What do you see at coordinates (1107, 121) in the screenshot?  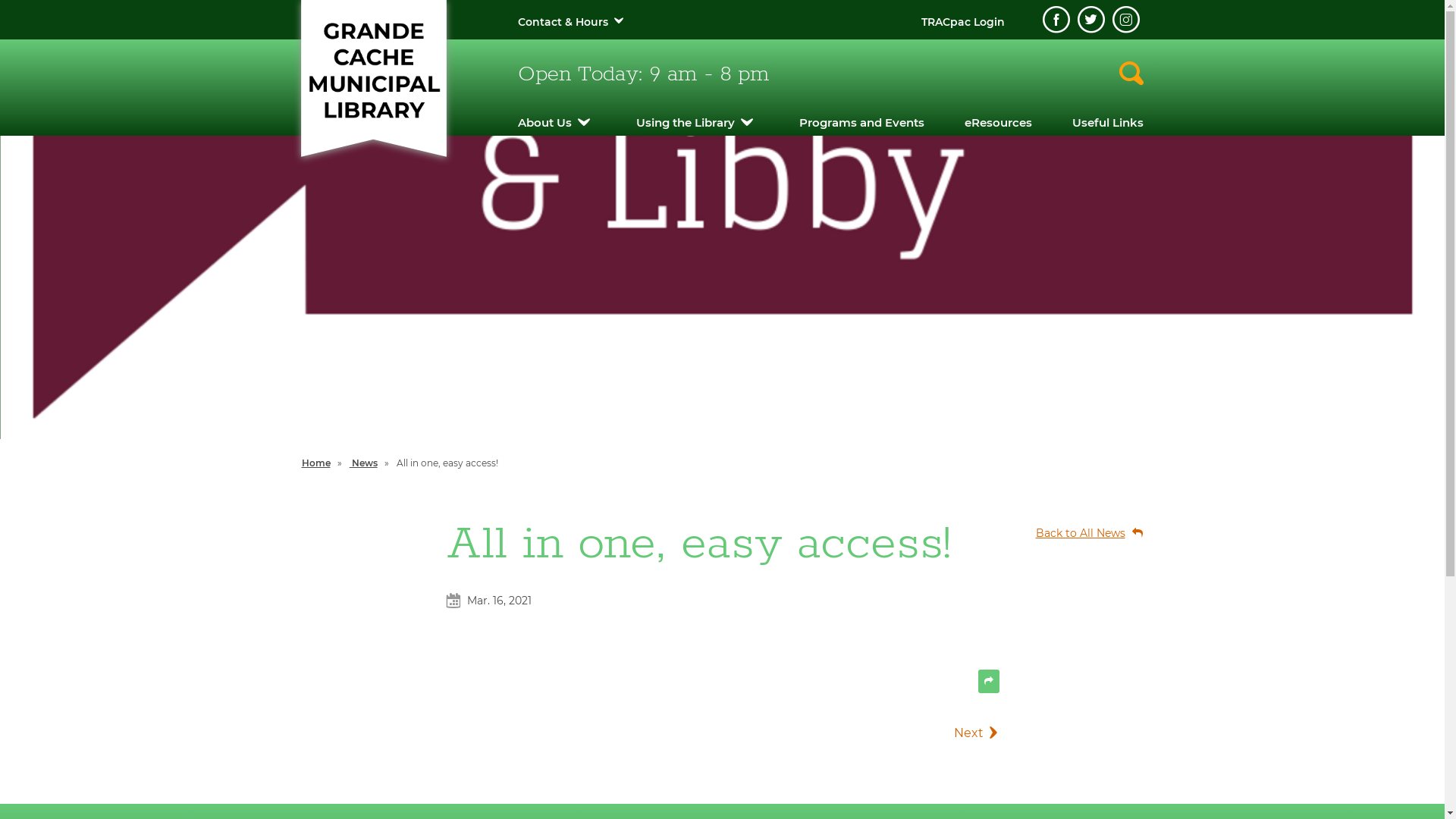 I see `'Useful Links'` at bounding box center [1107, 121].